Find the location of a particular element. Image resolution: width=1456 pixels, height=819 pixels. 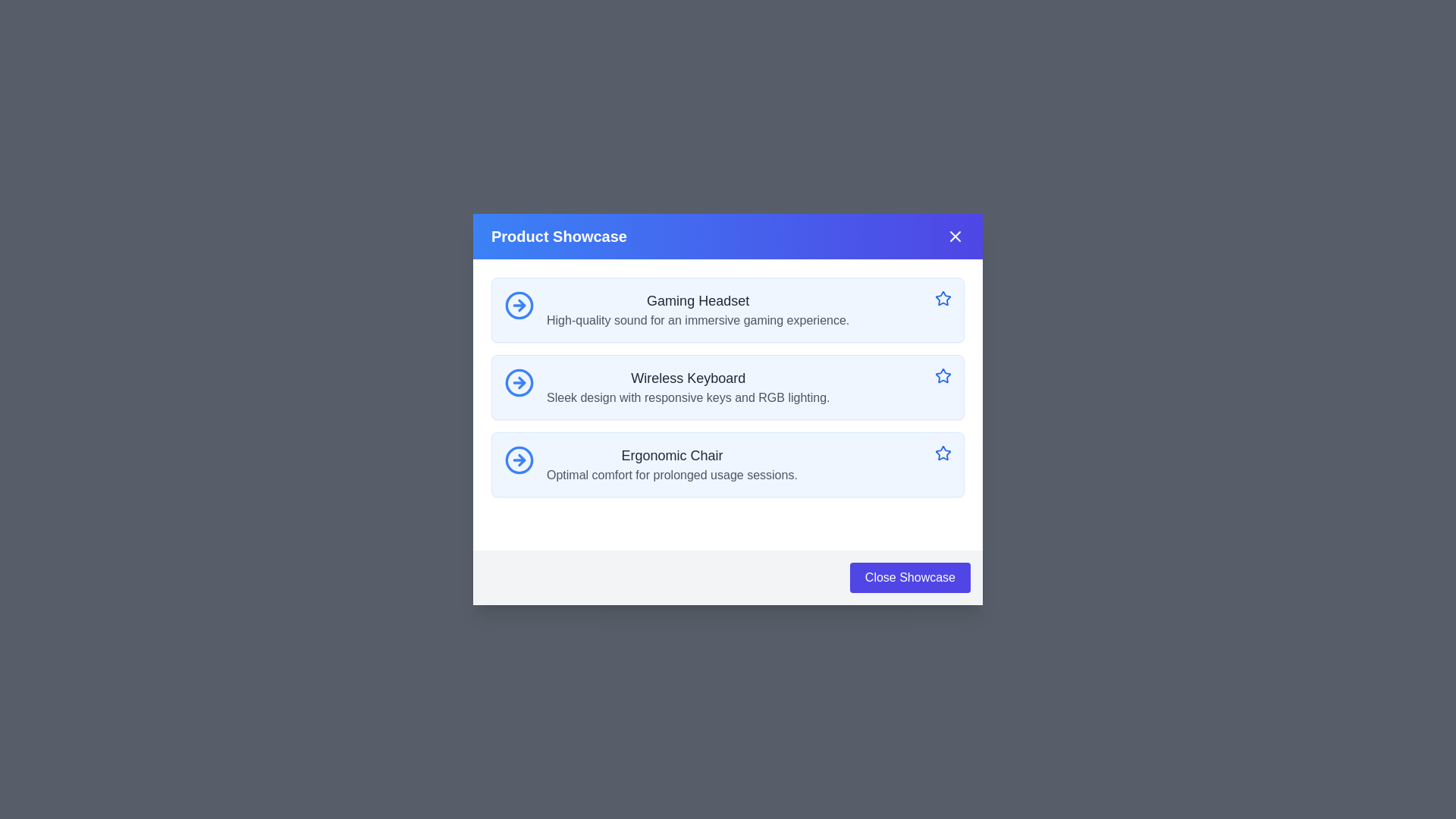

text label displaying 'Gaming Headset', which is a bold black font centered in the top-left section of the blue box in the 'Product Showcase' modal interface is located at coordinates (697, 301).